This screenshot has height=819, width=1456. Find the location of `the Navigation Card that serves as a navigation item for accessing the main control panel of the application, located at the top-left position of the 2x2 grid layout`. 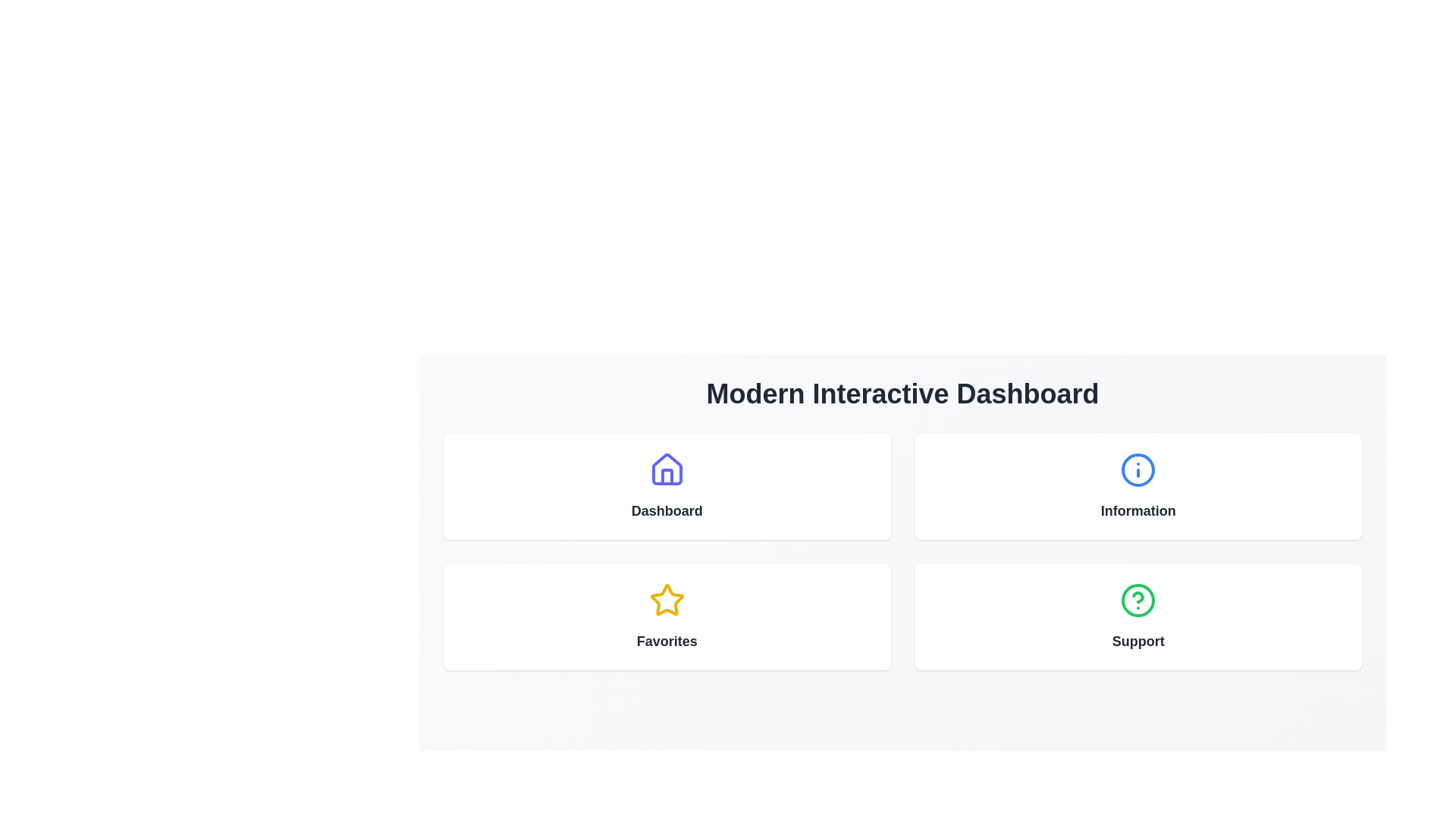

the Navigation Card that serves as a navigation item for accessing the main control panel of the application, located at the top-left position of the 2x2 grid layout is located at coordinates (667, 486).